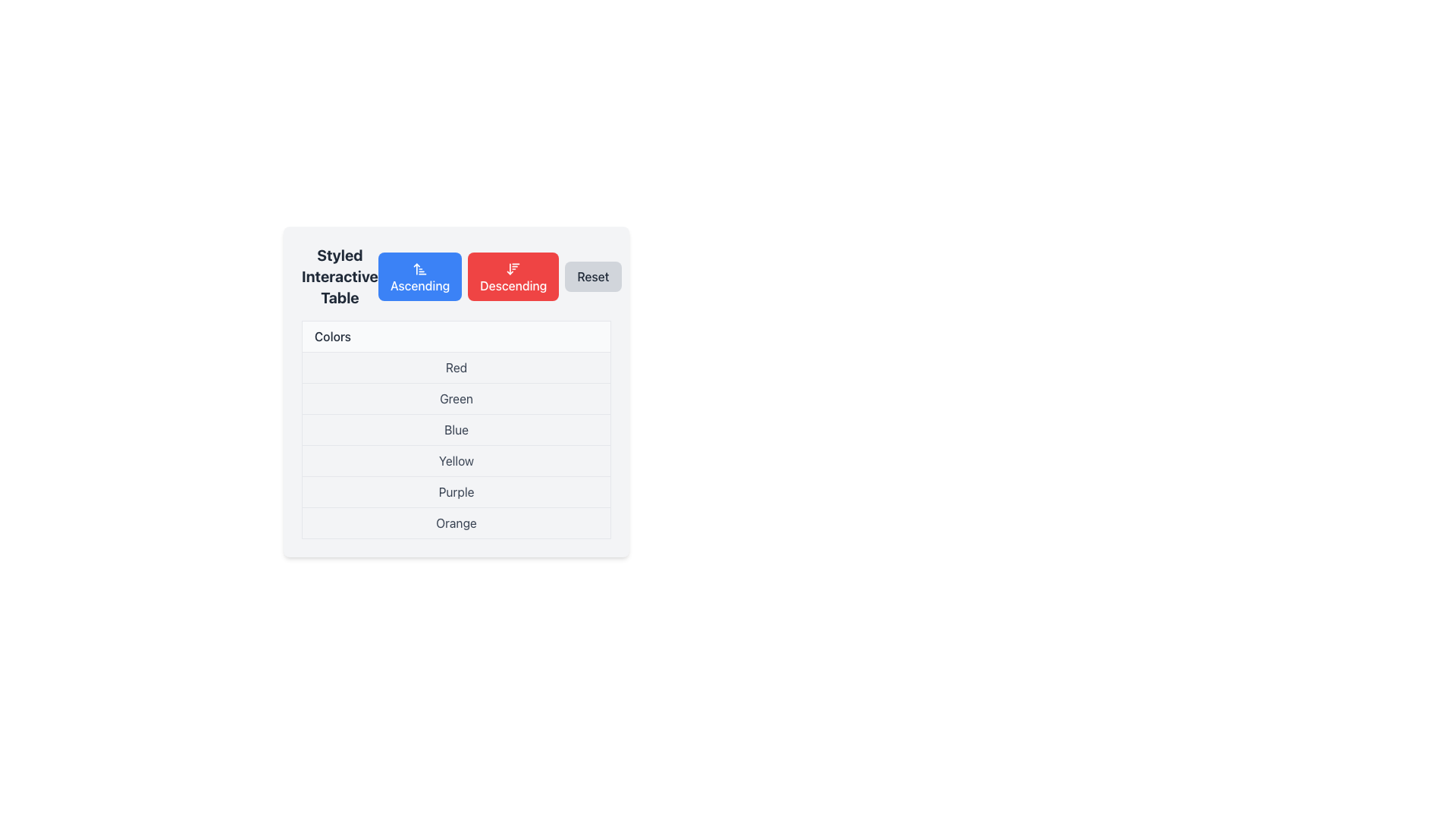 The image size is (1456, 819). I want to click on the fifth item in the list of color options, which is 'Purple', located between 'Yellow' and 'Orange', so click(455, 491).